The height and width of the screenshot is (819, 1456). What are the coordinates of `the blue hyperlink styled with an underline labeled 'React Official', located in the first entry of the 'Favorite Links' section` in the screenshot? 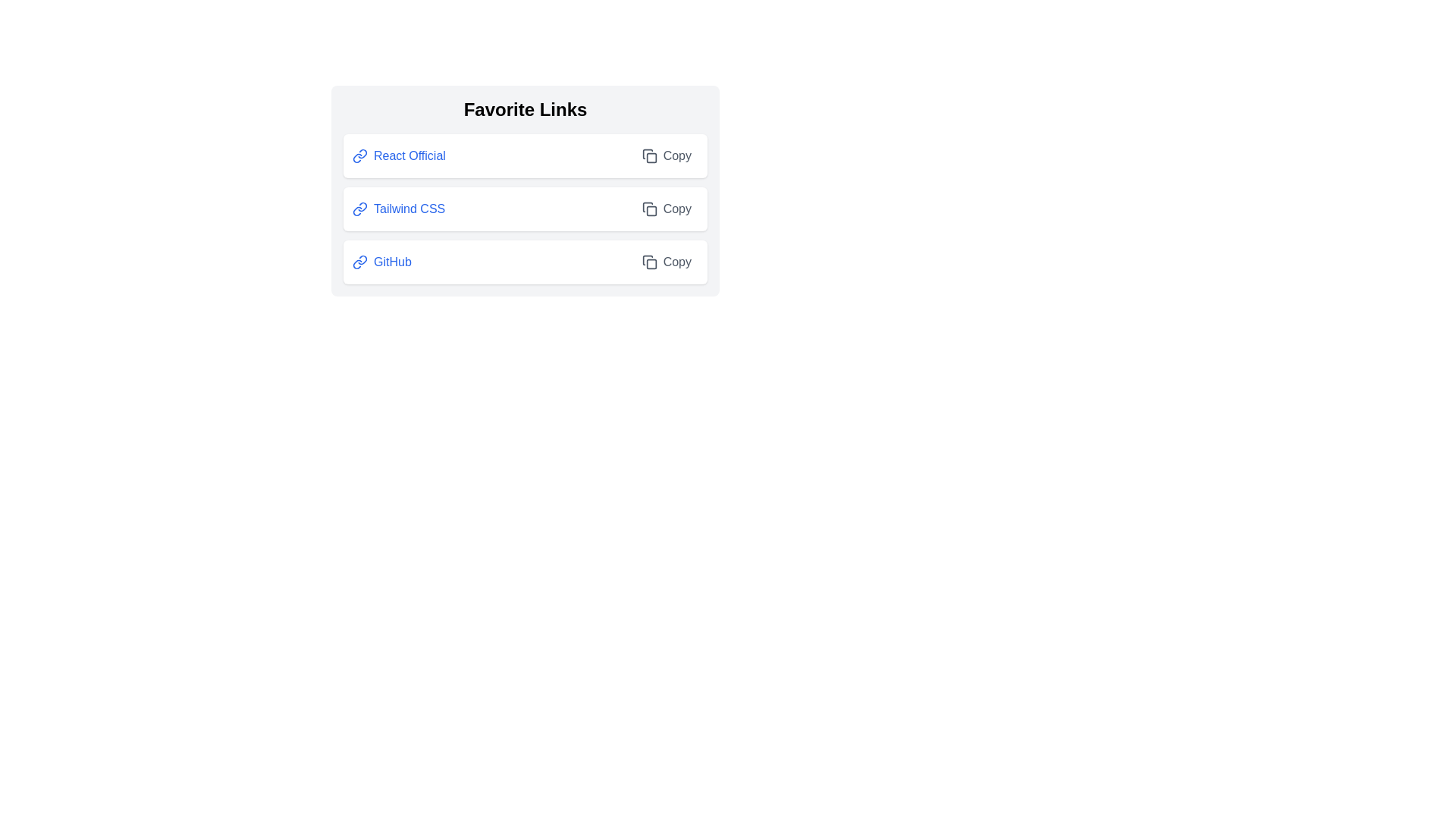 It's located at (399, 155).